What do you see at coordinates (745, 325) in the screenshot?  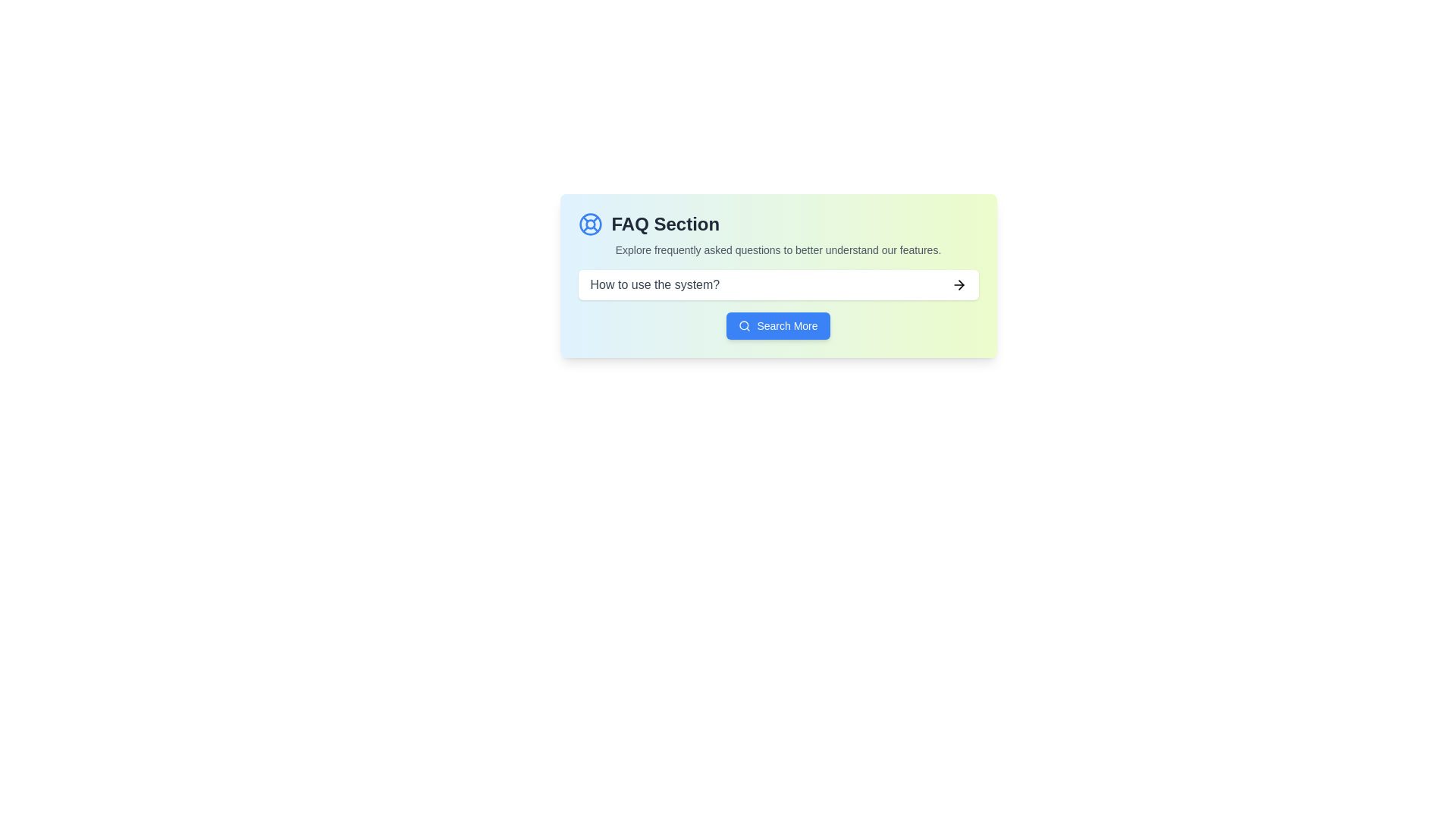 I see `the search icon, which is a magnifying glass symbol located on the left side of the 'Search More' button in the FAQ Section component` at bounding box center [745, 325].